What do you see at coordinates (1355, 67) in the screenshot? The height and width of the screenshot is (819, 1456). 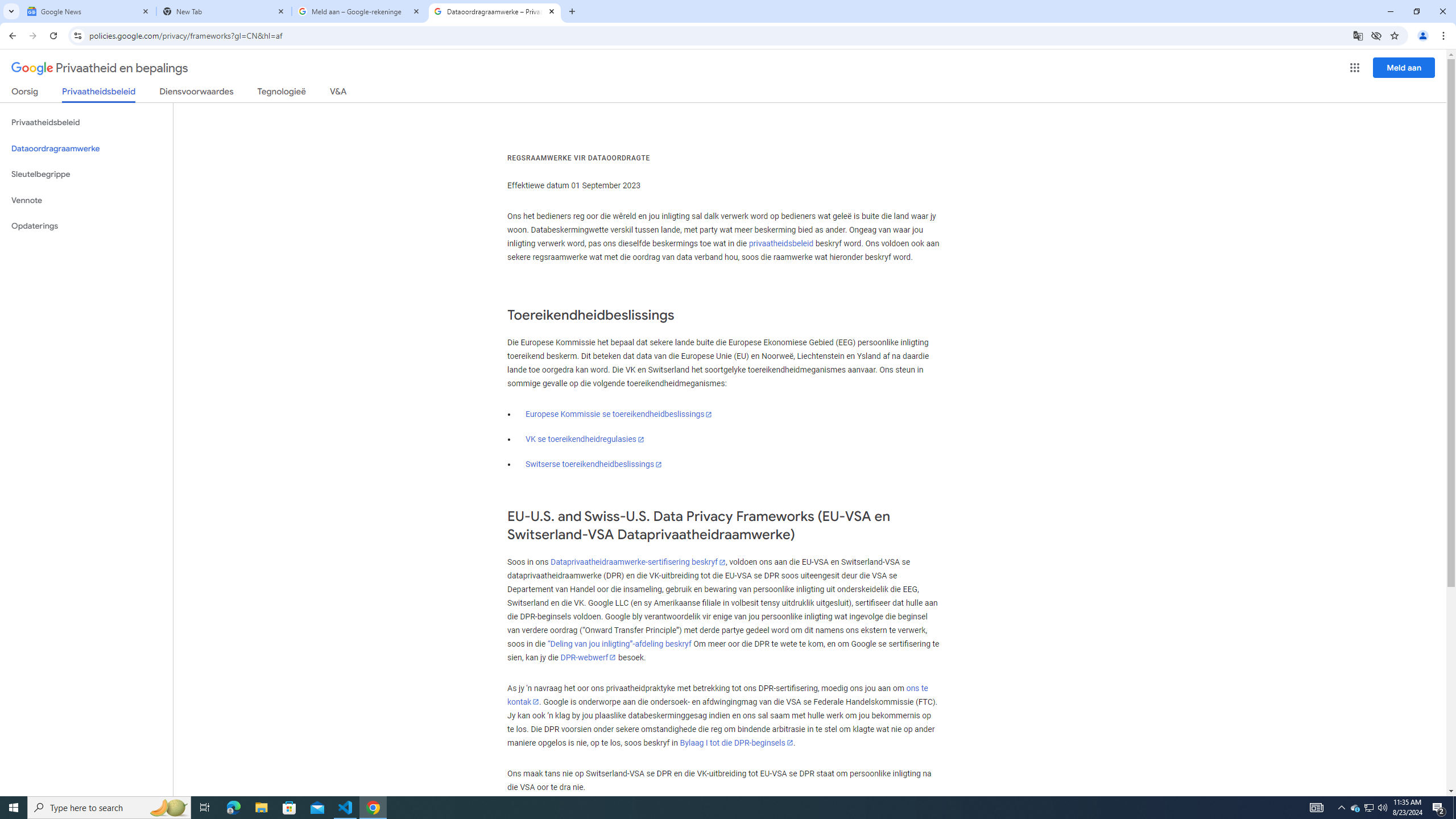 I see `'Google-programme'` at bounding box center [1355, 67].